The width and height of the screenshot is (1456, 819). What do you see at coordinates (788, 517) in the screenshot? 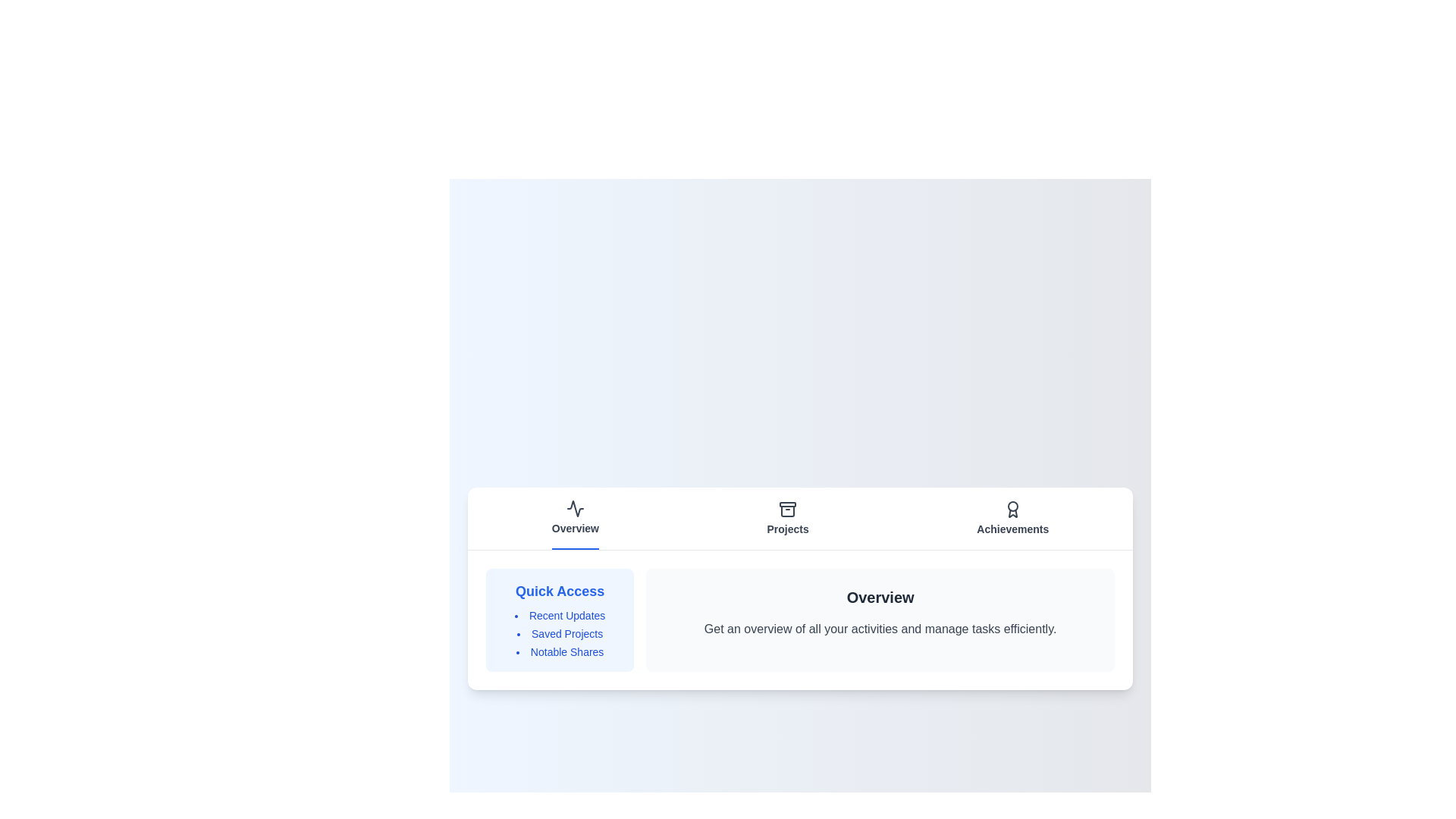
I see `the Projects tab to view its content` at bounding box center [788, 517].